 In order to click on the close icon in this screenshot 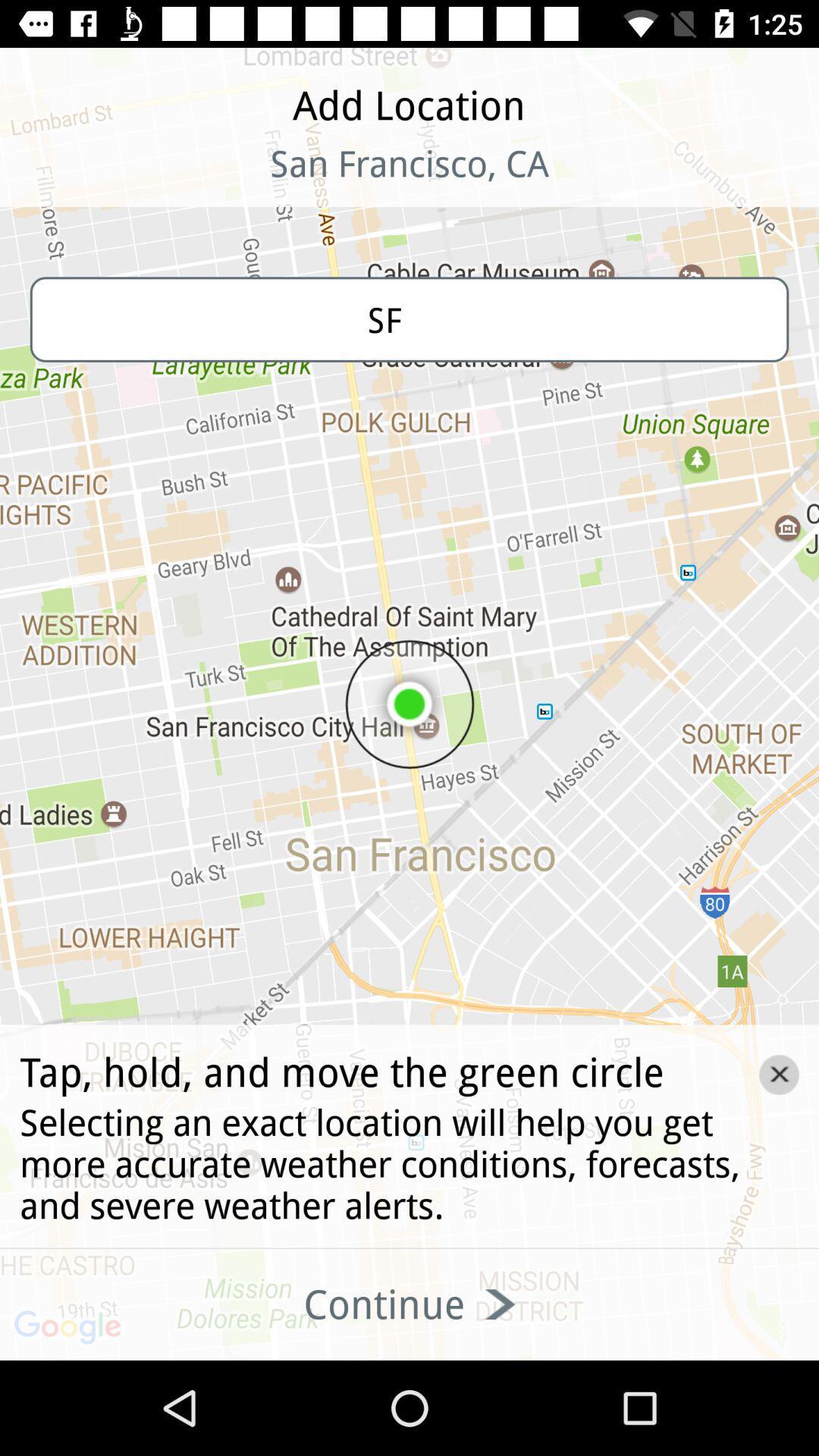, I will do `click(779, 1074)`.